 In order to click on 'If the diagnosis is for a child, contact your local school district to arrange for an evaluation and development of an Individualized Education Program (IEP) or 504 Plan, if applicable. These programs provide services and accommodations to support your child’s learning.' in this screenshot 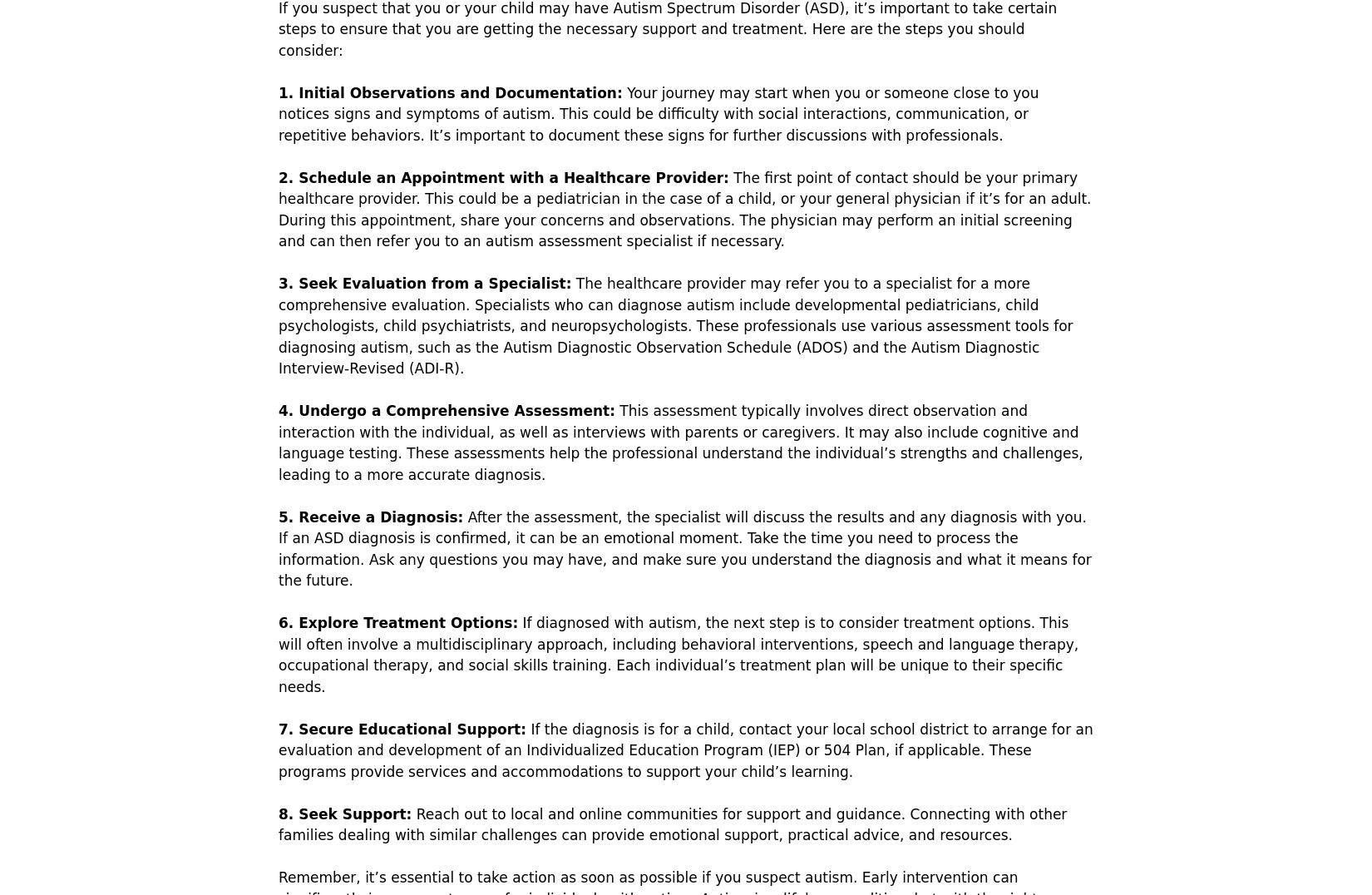, I will do `click(684, 749)`.